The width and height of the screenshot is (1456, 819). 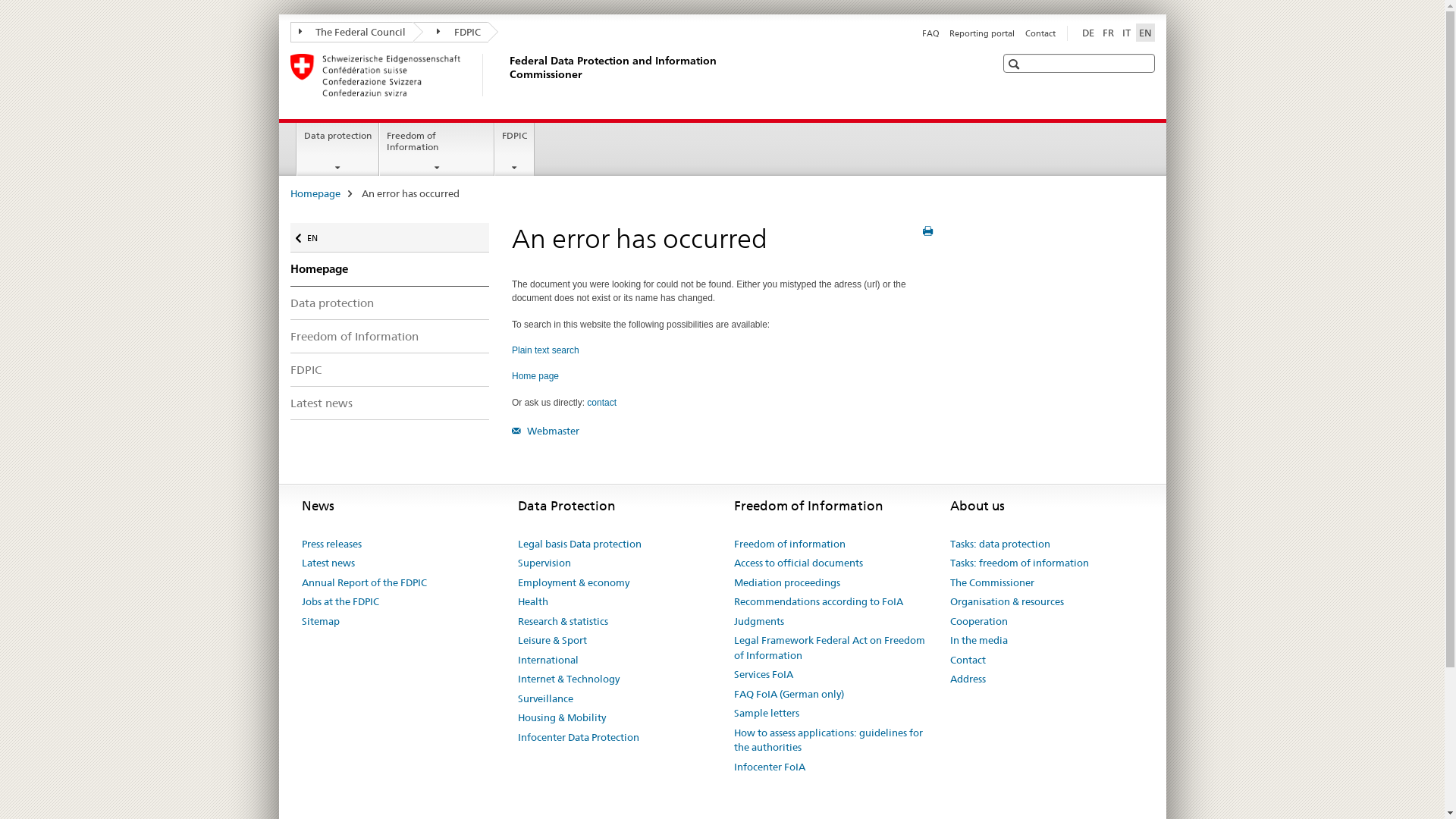 I want to click on 'Judgments', so click(x=759, y=622).